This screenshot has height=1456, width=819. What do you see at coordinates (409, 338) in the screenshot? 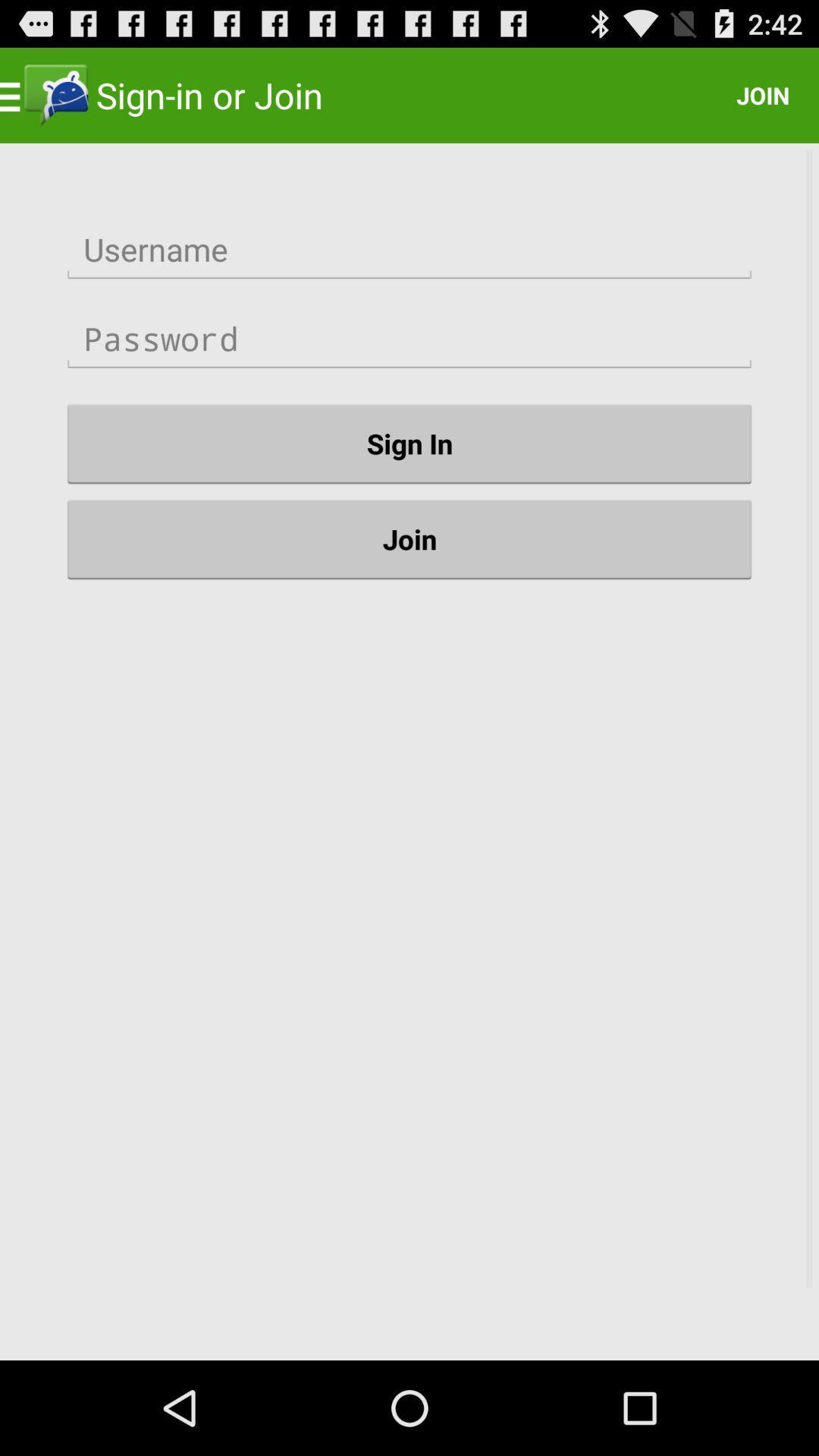
I see `password signin page` at bounding box center [409, 338].